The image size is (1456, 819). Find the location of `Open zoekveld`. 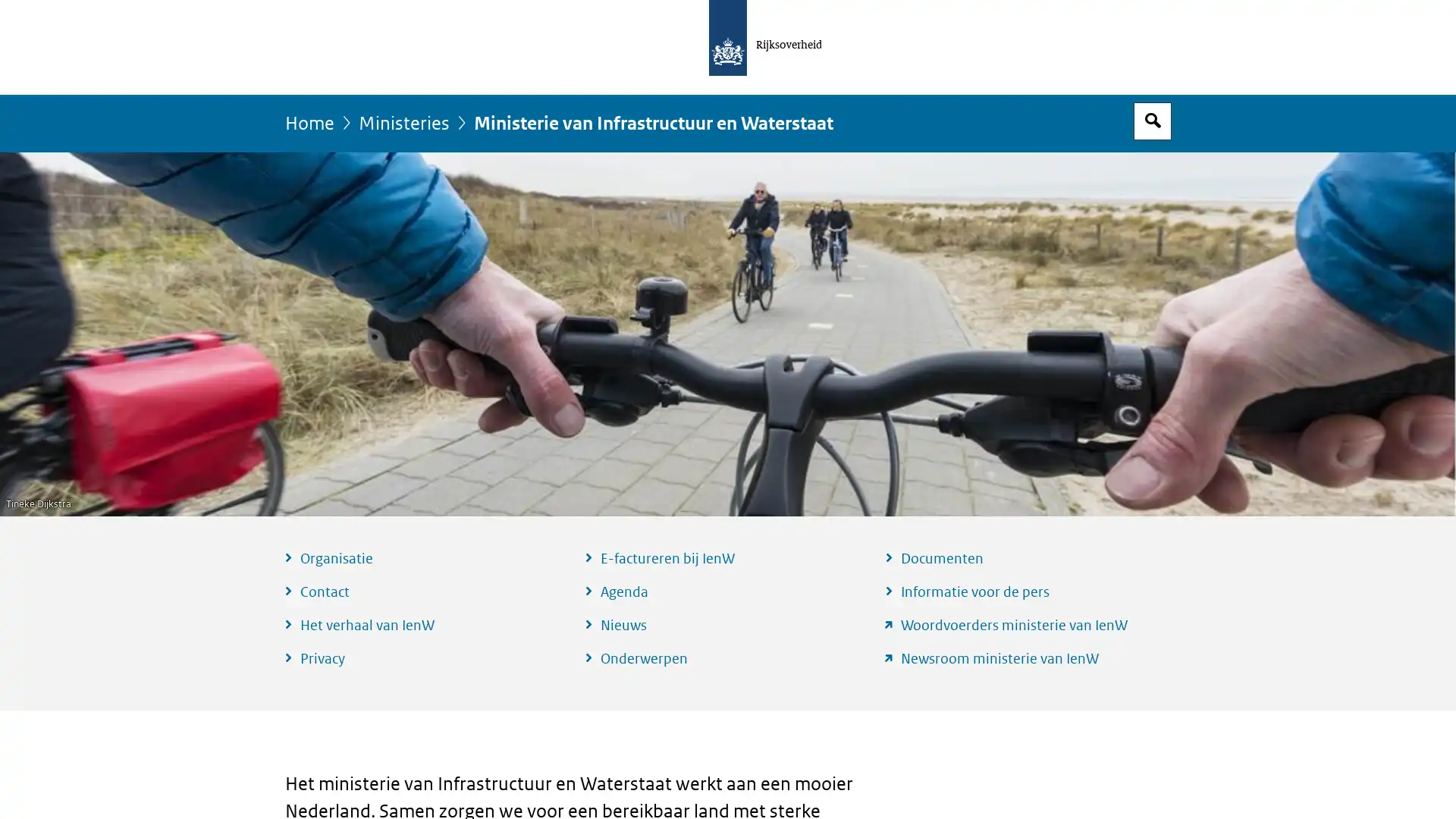

Open zoekveld is located at coordinates (1153, 120).